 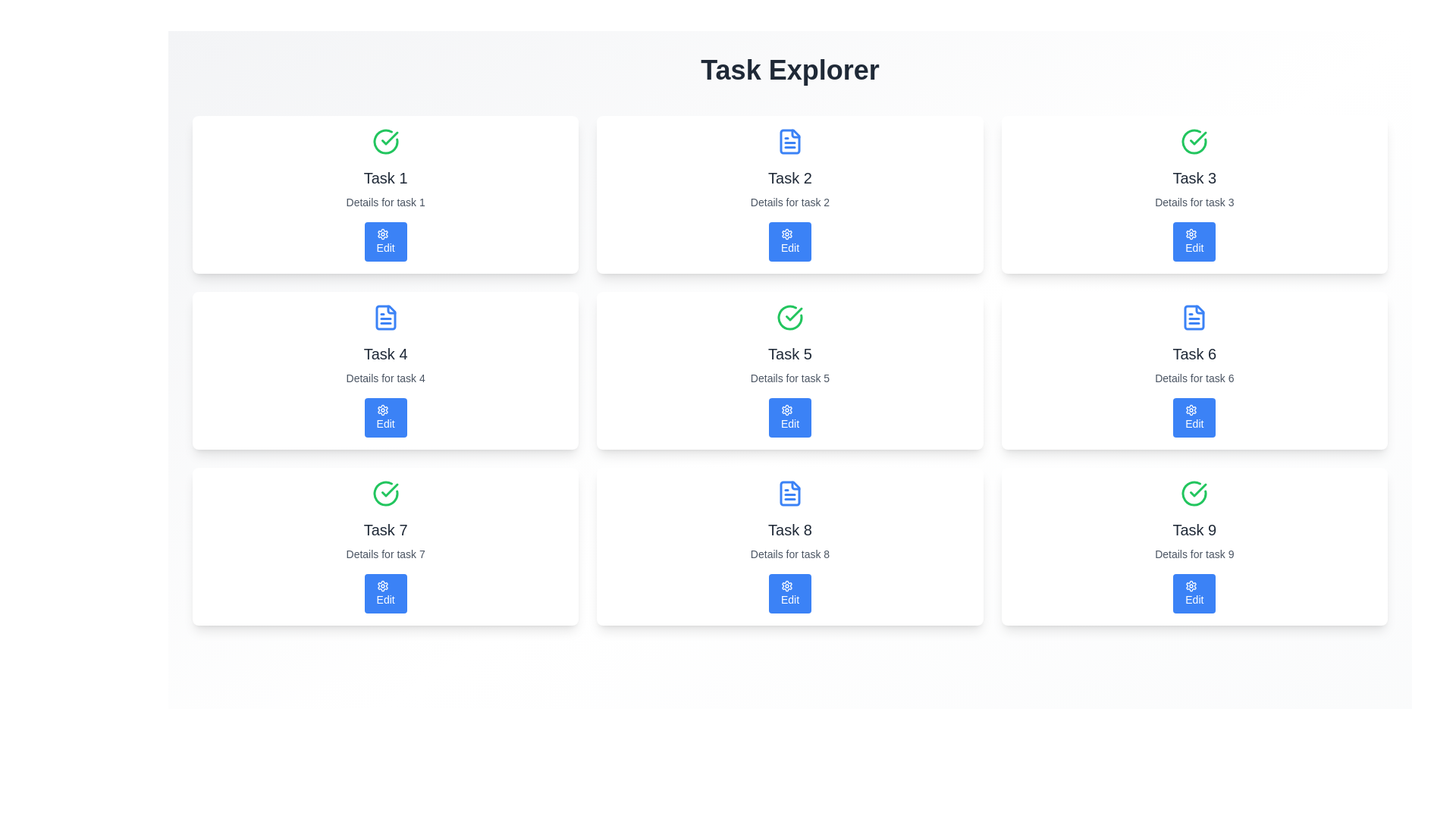 What do you see at coordinates (789, 141) in the screenshot?
I see `the SVG icon representing 'Task 2'` at bounding box center [789, 141].